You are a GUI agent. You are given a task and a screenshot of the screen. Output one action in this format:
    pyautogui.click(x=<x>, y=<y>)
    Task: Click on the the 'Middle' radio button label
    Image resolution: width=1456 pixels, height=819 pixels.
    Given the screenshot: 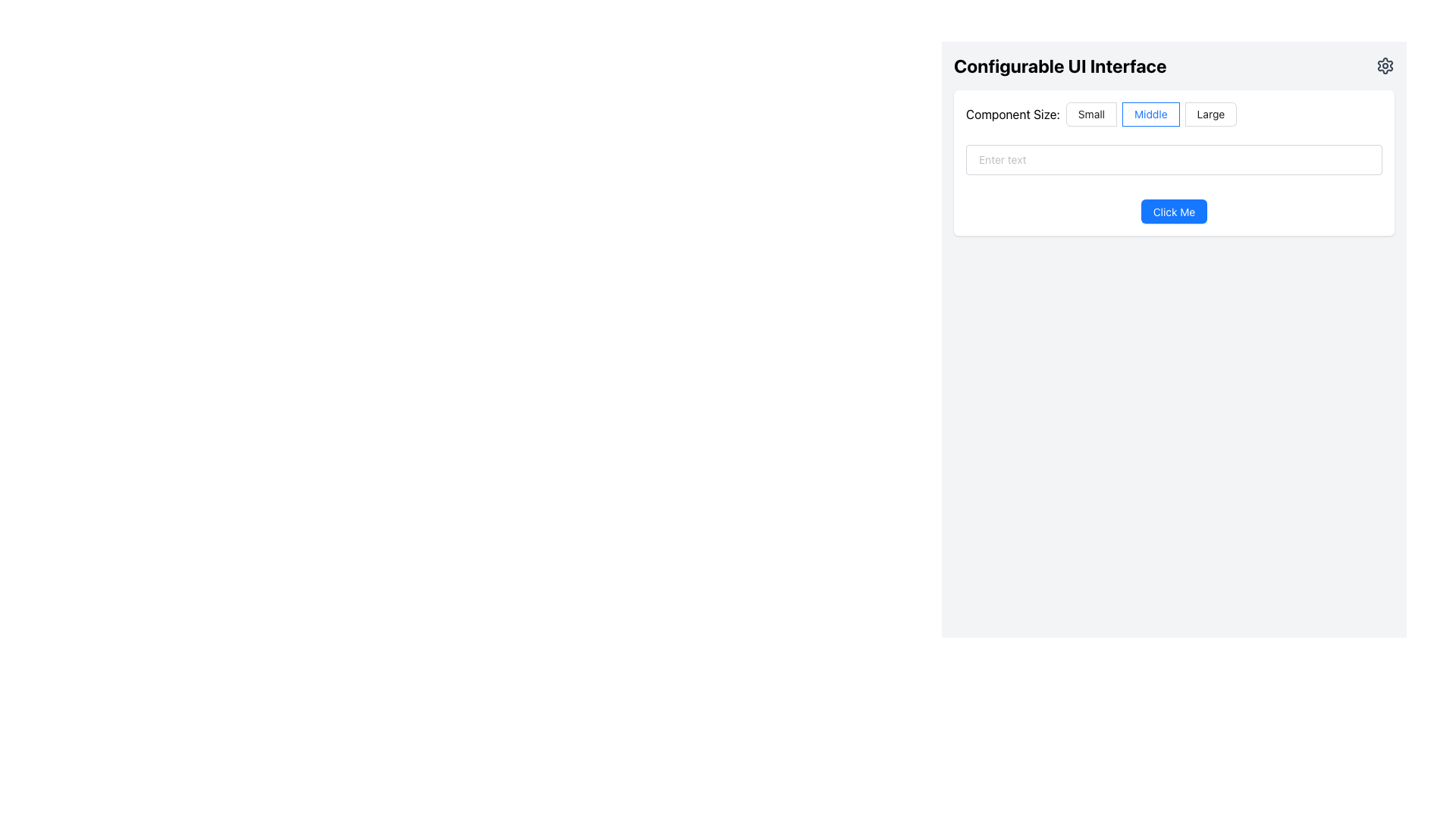 What is the action you would take?
    pyautogui.click(x=1150, y=113)
    